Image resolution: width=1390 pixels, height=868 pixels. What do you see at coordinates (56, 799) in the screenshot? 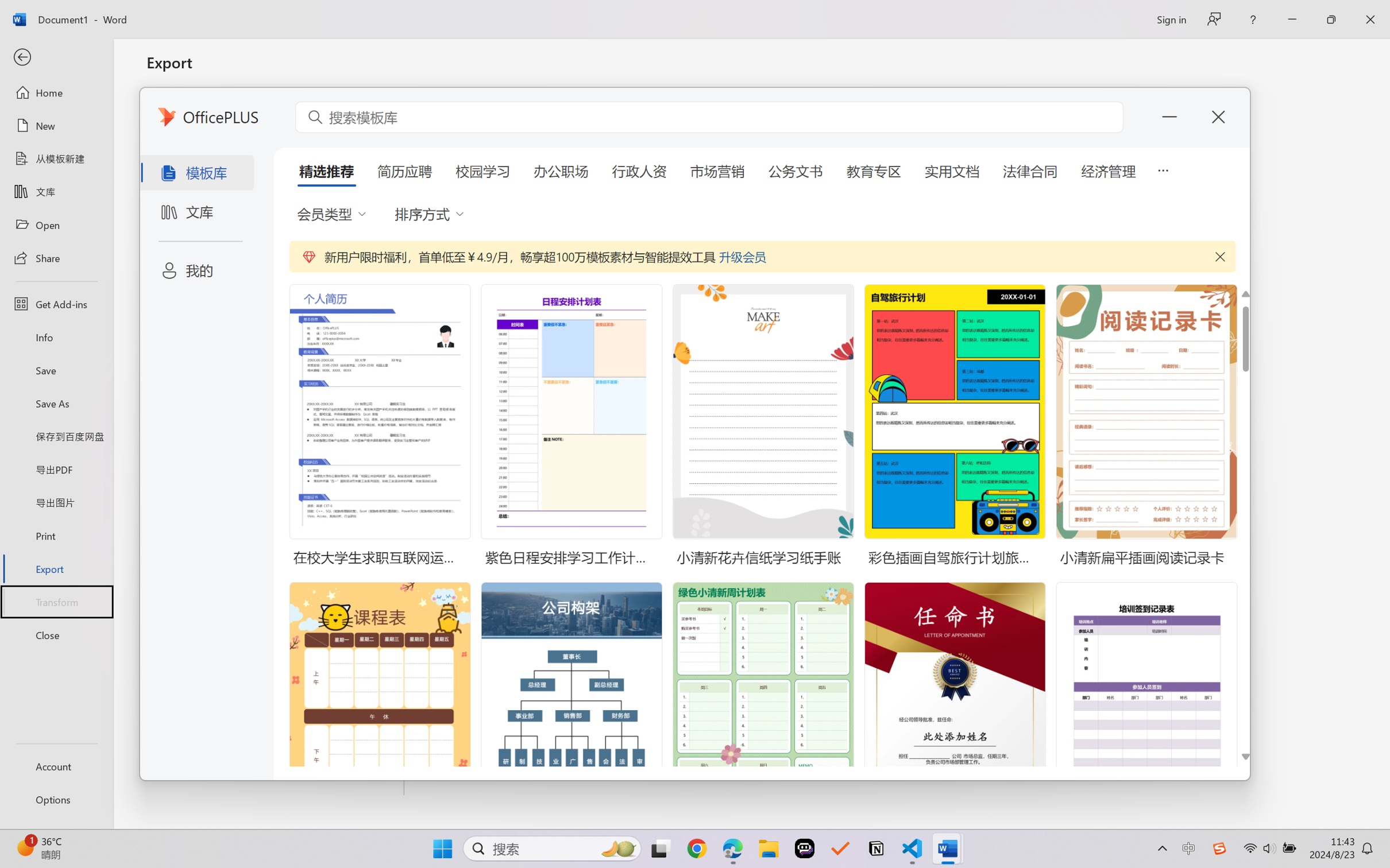
I see `'Options'` at bounding box center [56, 799].